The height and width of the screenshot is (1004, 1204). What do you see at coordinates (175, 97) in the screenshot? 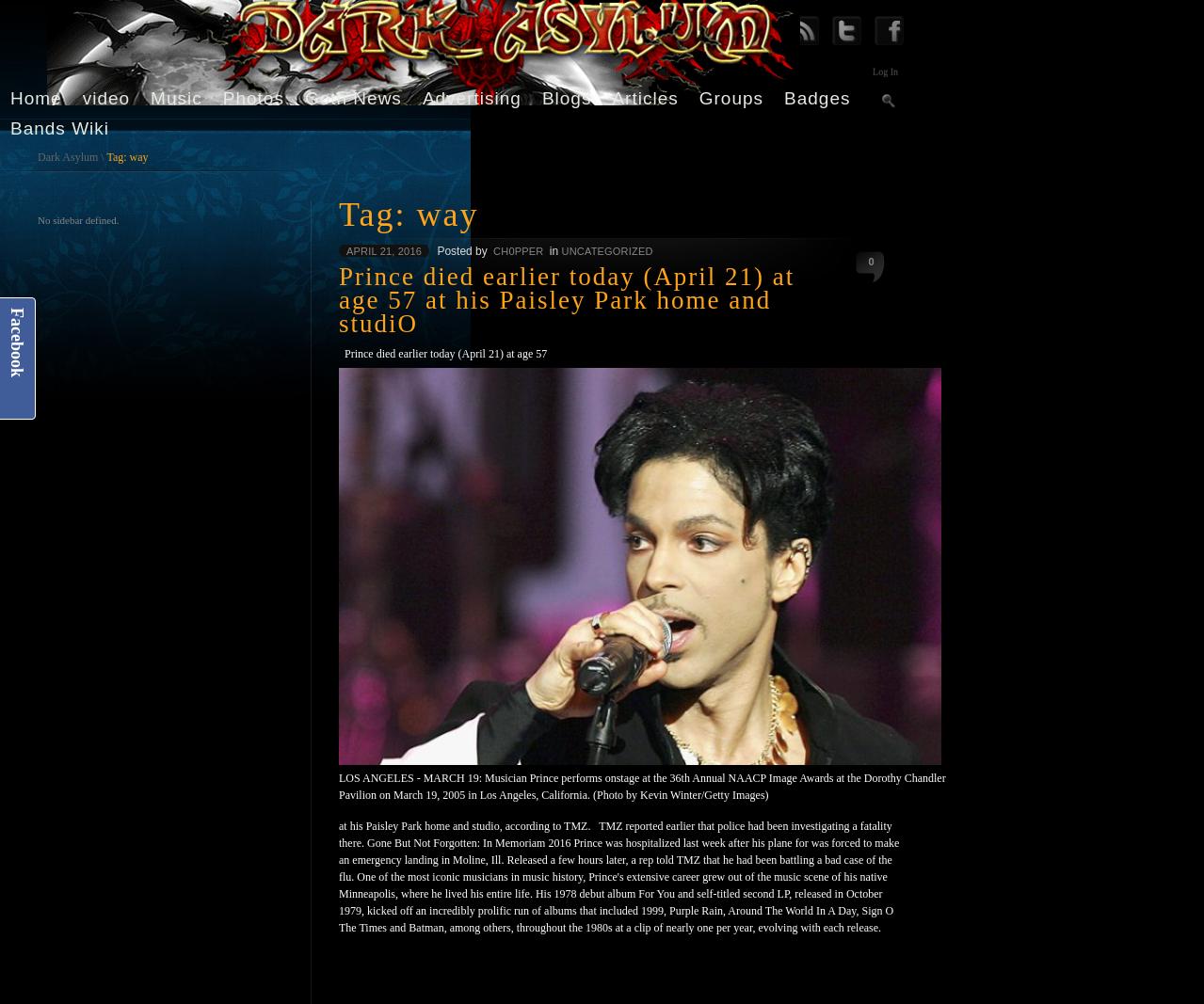
I see `'Music'` at bounding box center [175, 97].